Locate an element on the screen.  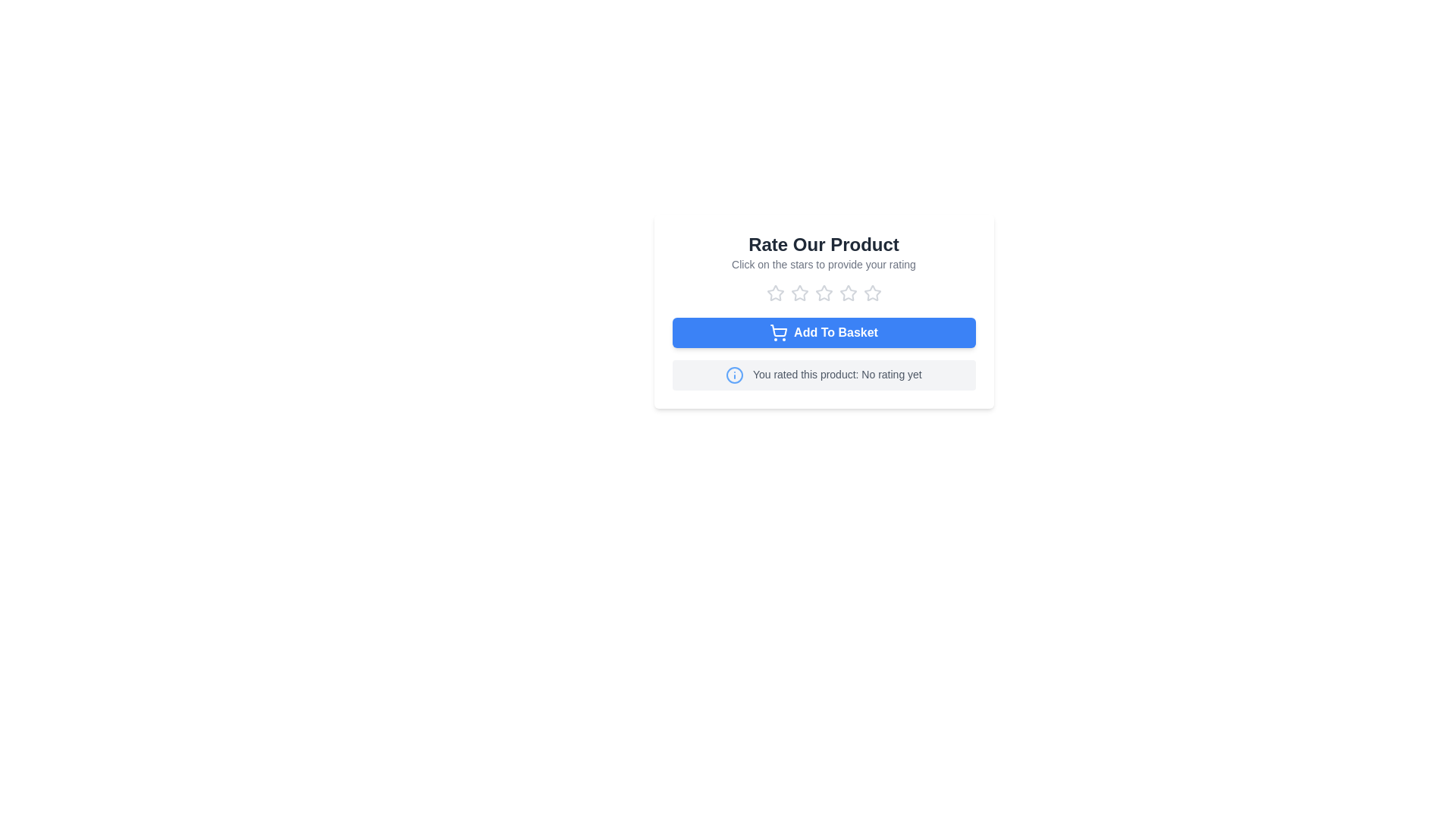
the second star icon in the rating system below the text 'Click on the stars to provide your rating' is located at coordinates (799, 293).